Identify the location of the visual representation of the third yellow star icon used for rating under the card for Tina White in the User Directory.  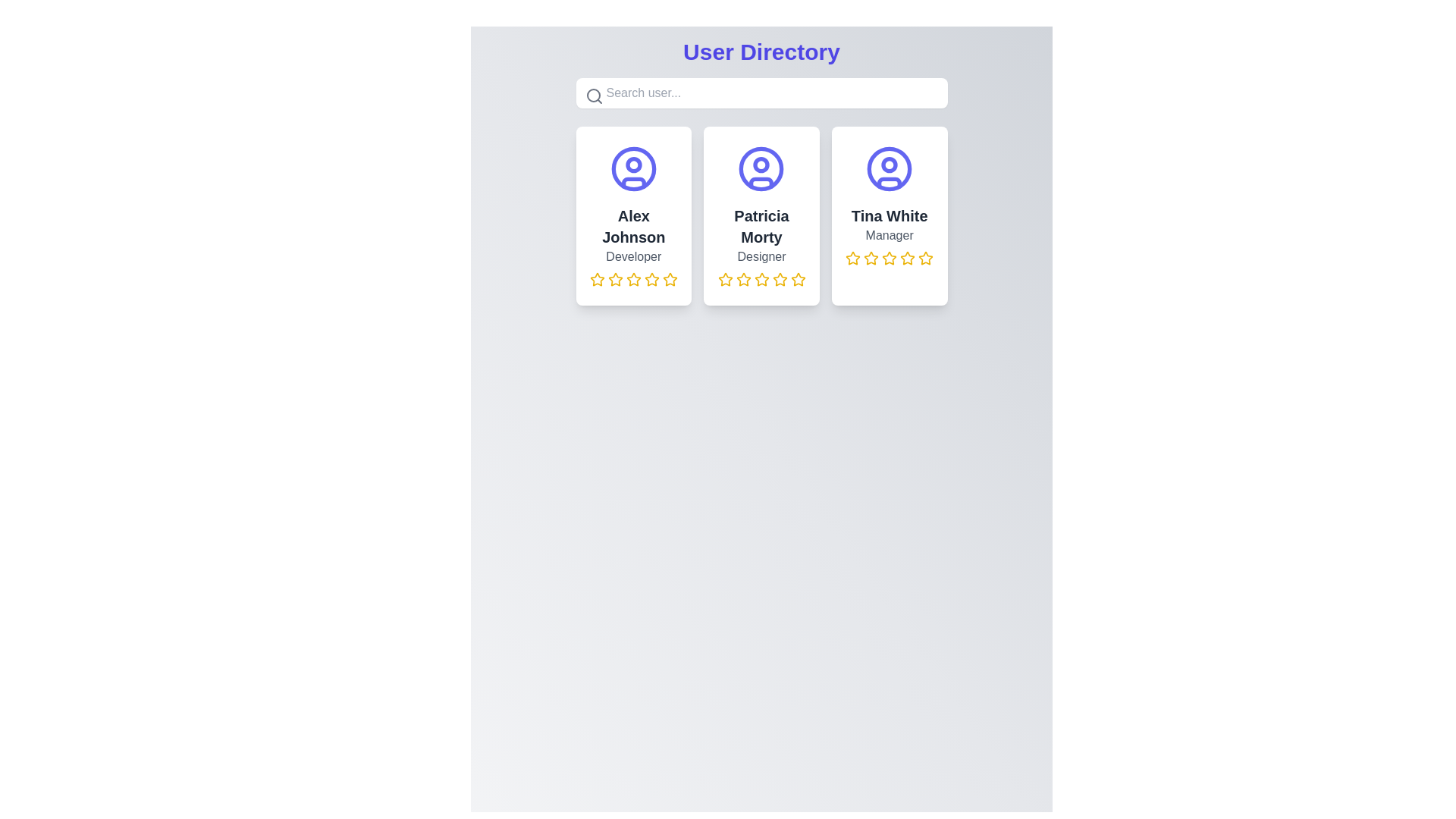
(871, 257).